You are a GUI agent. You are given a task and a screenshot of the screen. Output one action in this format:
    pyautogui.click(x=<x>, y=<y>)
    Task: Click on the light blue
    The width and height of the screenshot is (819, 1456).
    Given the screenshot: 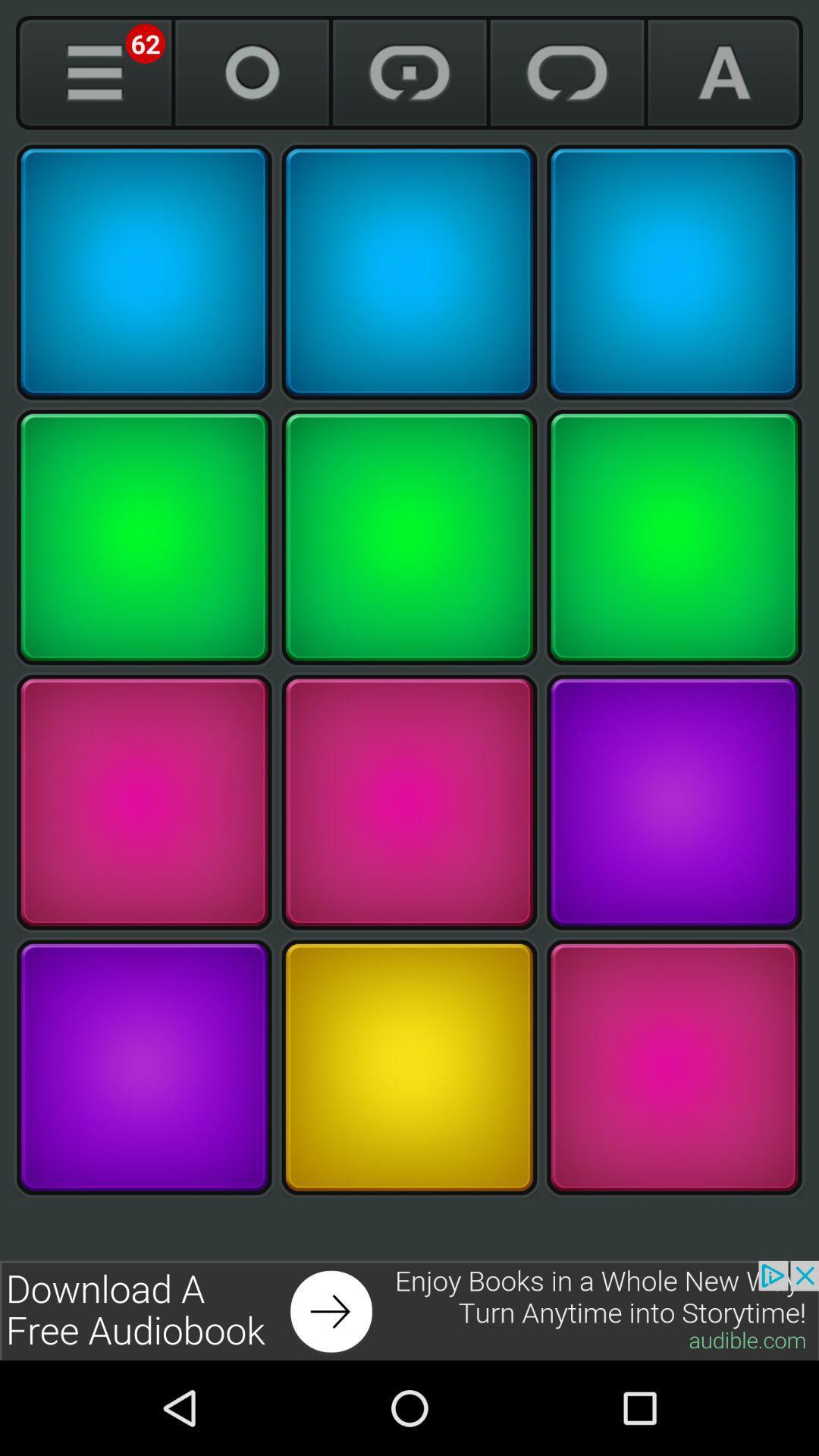 What is the action you would take?
    pyautogui.click(x=409, y=272)
    